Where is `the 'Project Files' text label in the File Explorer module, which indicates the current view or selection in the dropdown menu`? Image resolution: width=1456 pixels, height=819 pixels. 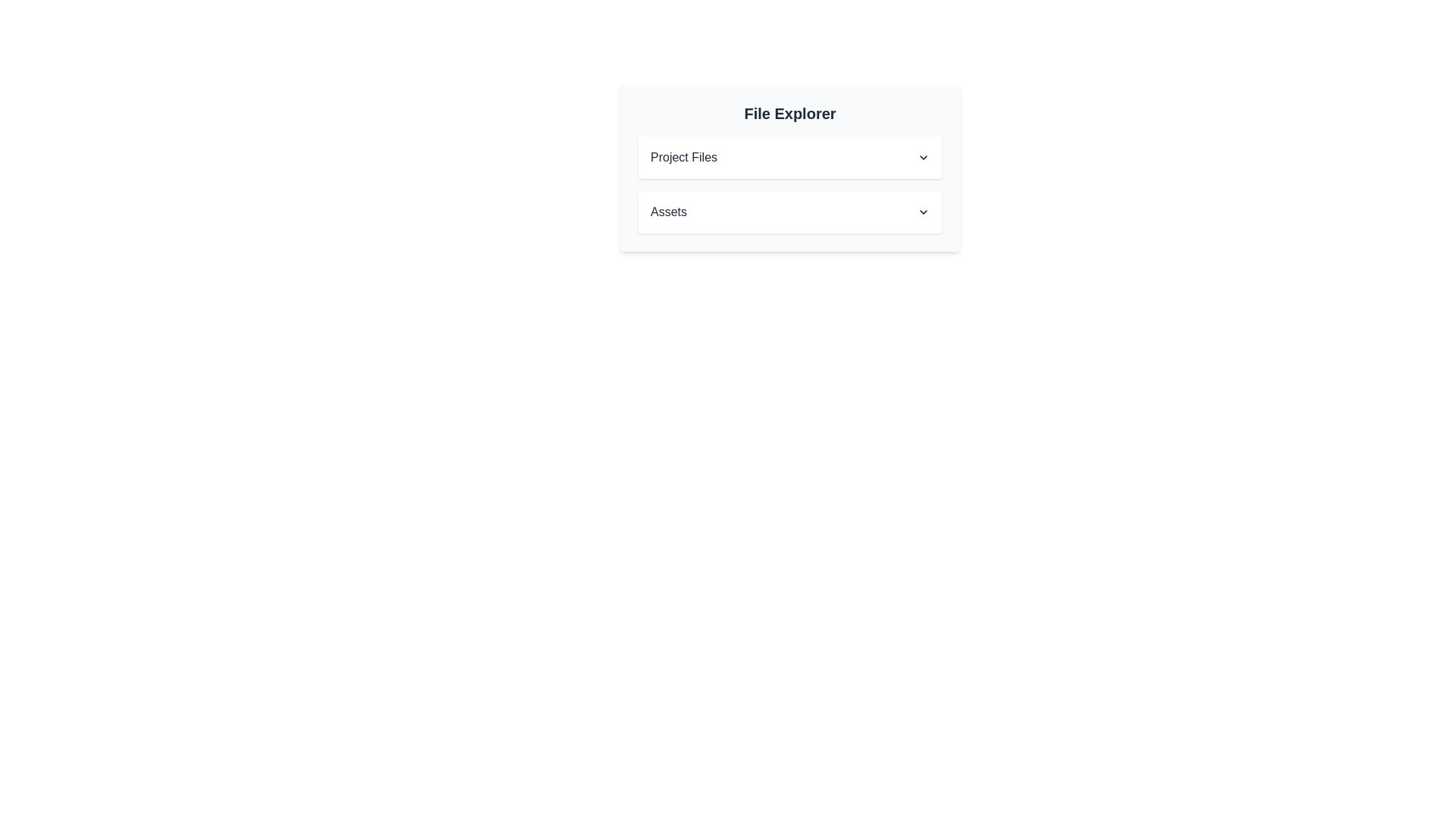
the 'Project Files' text label in the File Explorer module, which indicates the current view or selection in the dropdown menu is located at coordinates (683, 158).